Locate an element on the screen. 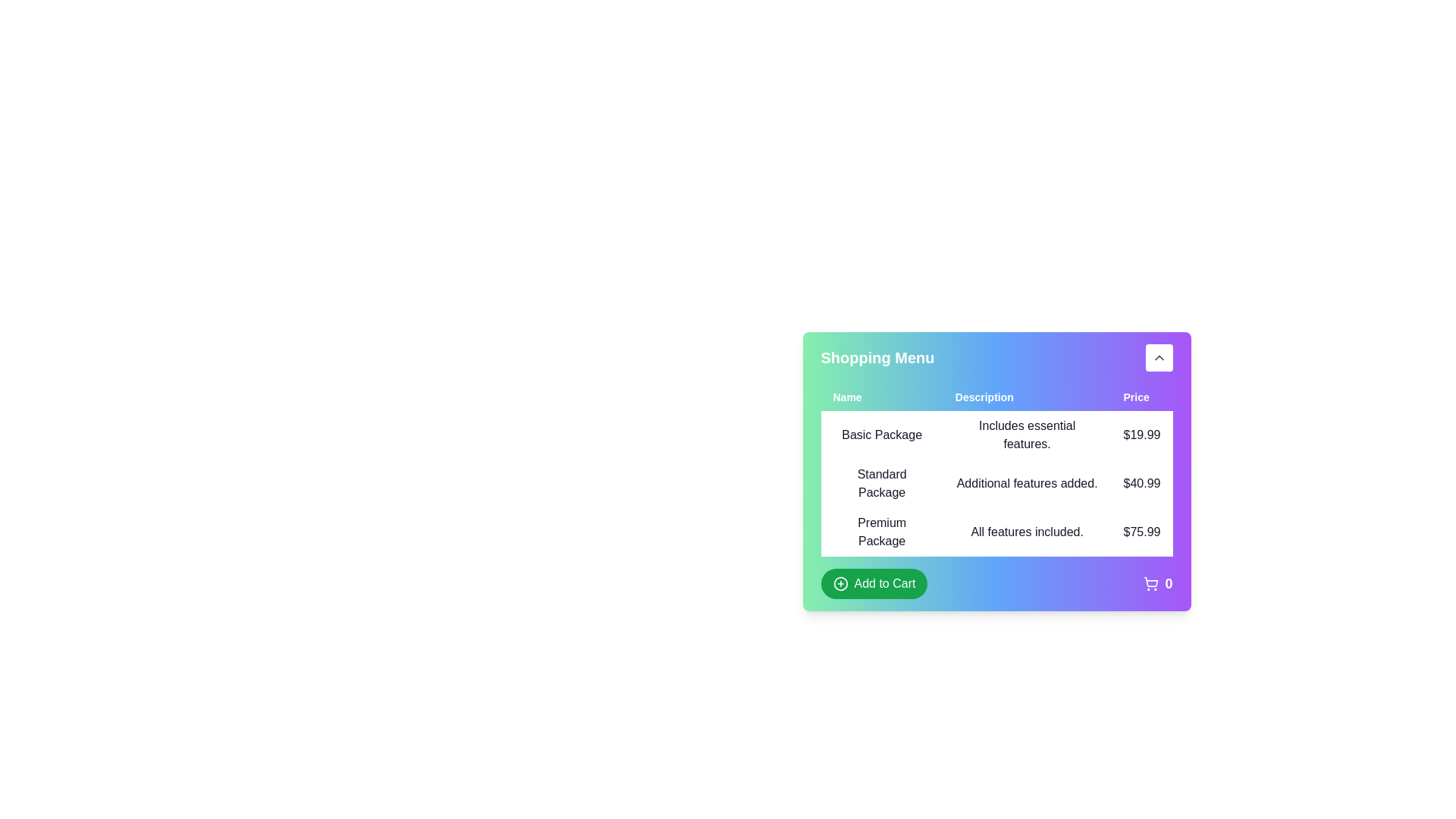 This screenshot has height=819, width=1456. the shopping cart icon located at the bottom-right corner of the visible card, next to the 'Add to Cart' button is located at coordinates (1157, 583).